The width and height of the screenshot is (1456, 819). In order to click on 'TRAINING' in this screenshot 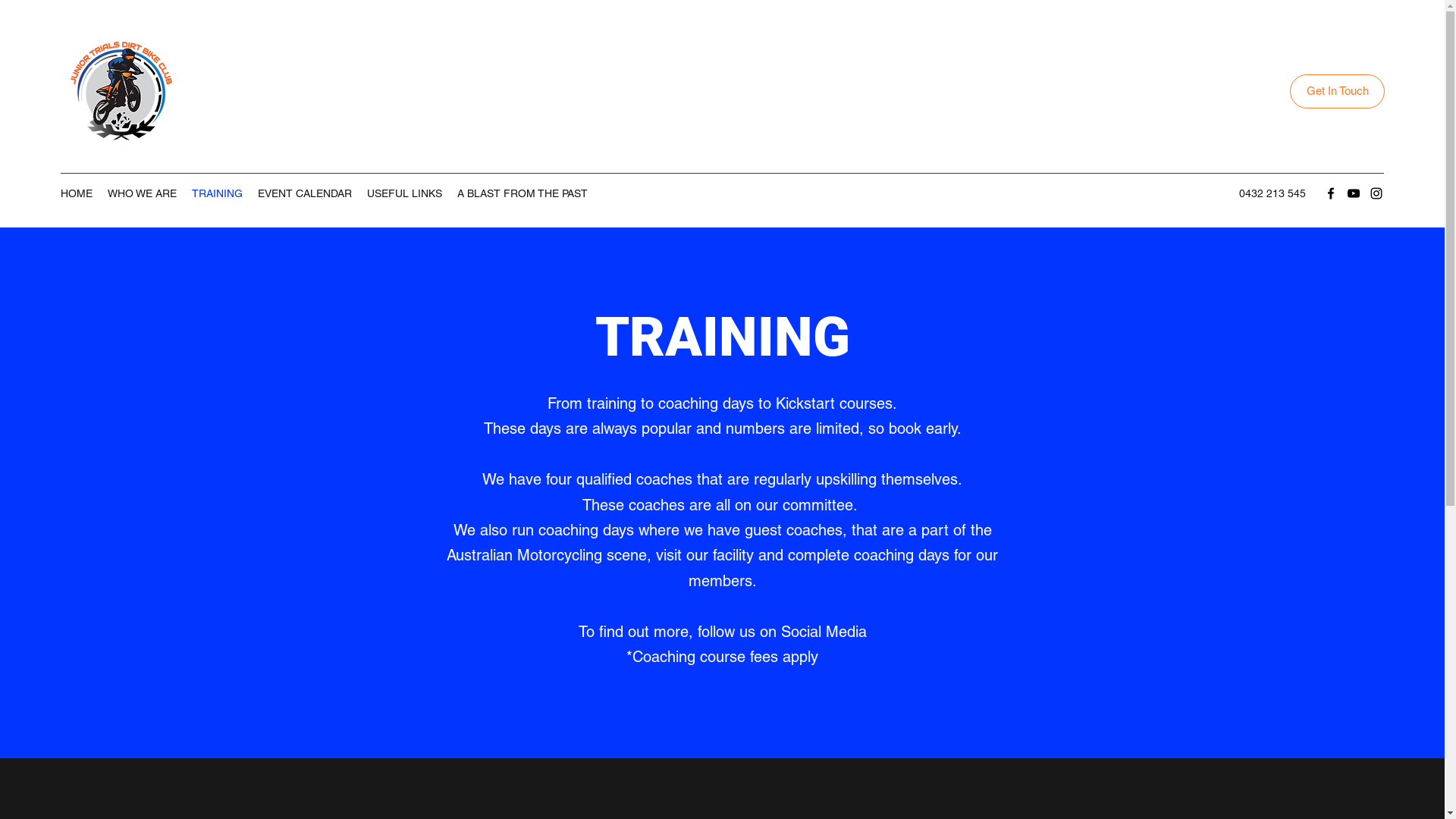, I will do `click(216, 192)`.